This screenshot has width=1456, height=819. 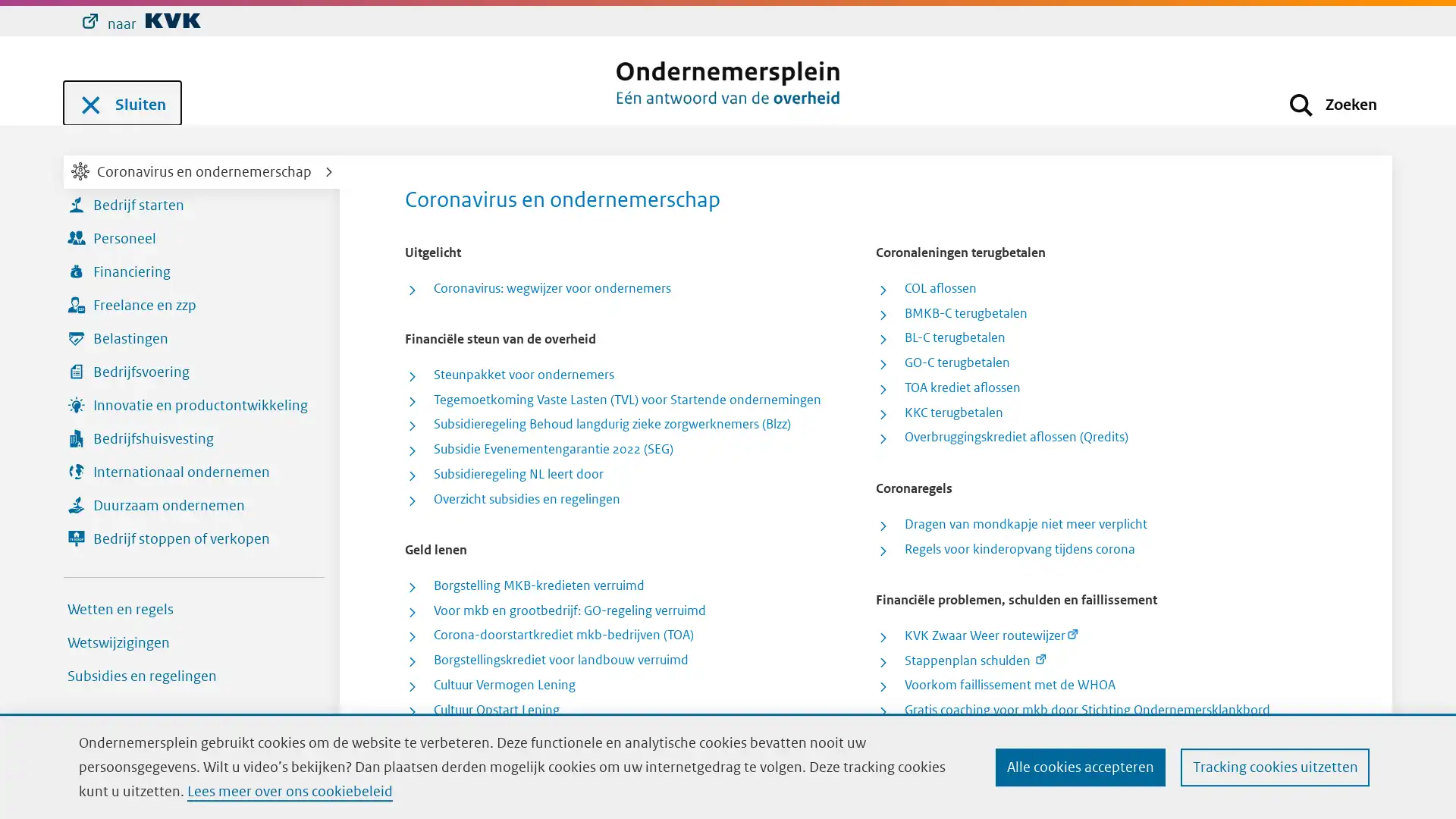 What do you see at coordinates (1274, 767) in the screenshot?
I see `Tracking cookies uitzetten` at bounding box center [1274, 767].